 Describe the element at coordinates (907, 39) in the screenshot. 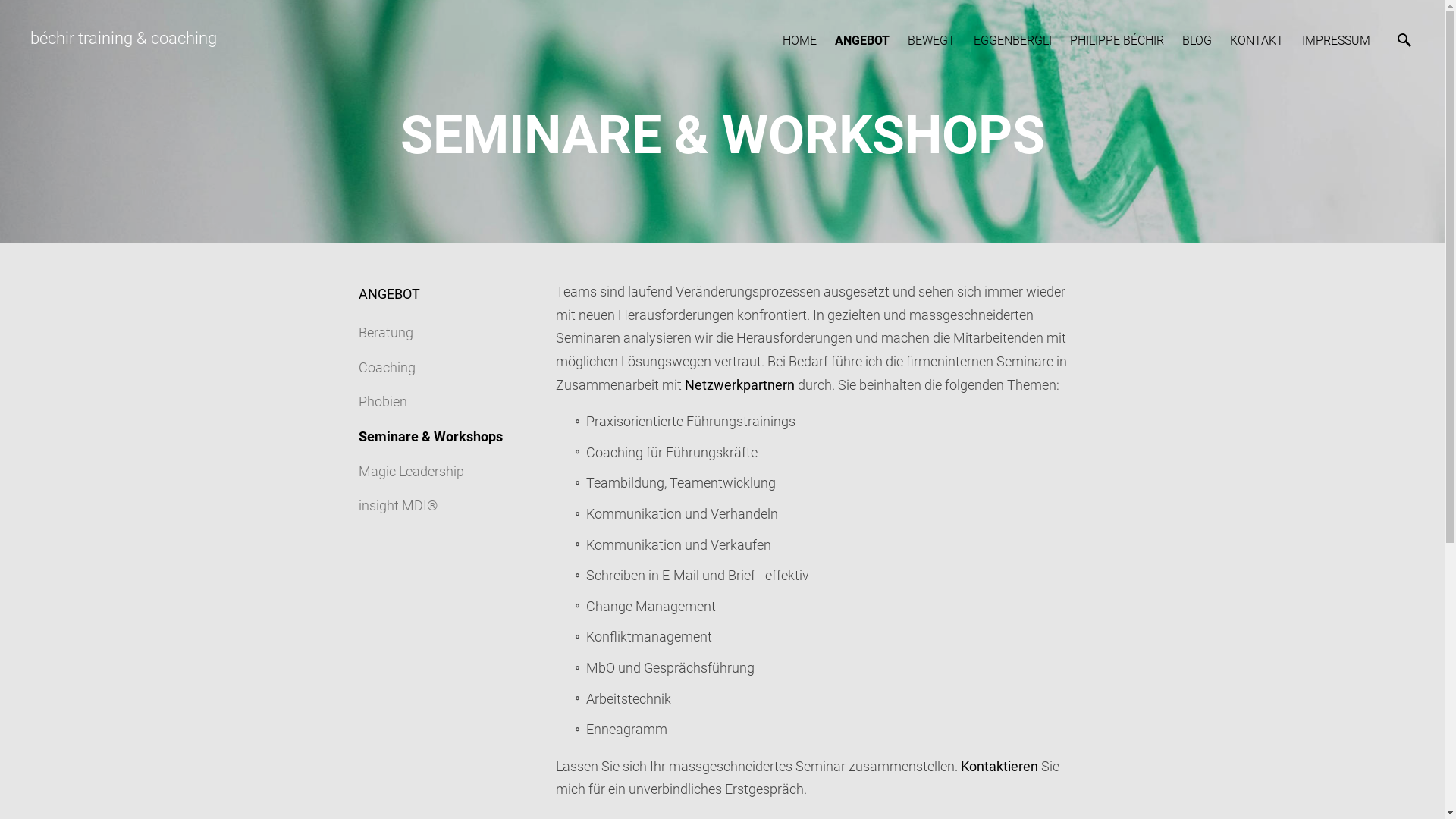

I see `'BEWEGT'` at that location.